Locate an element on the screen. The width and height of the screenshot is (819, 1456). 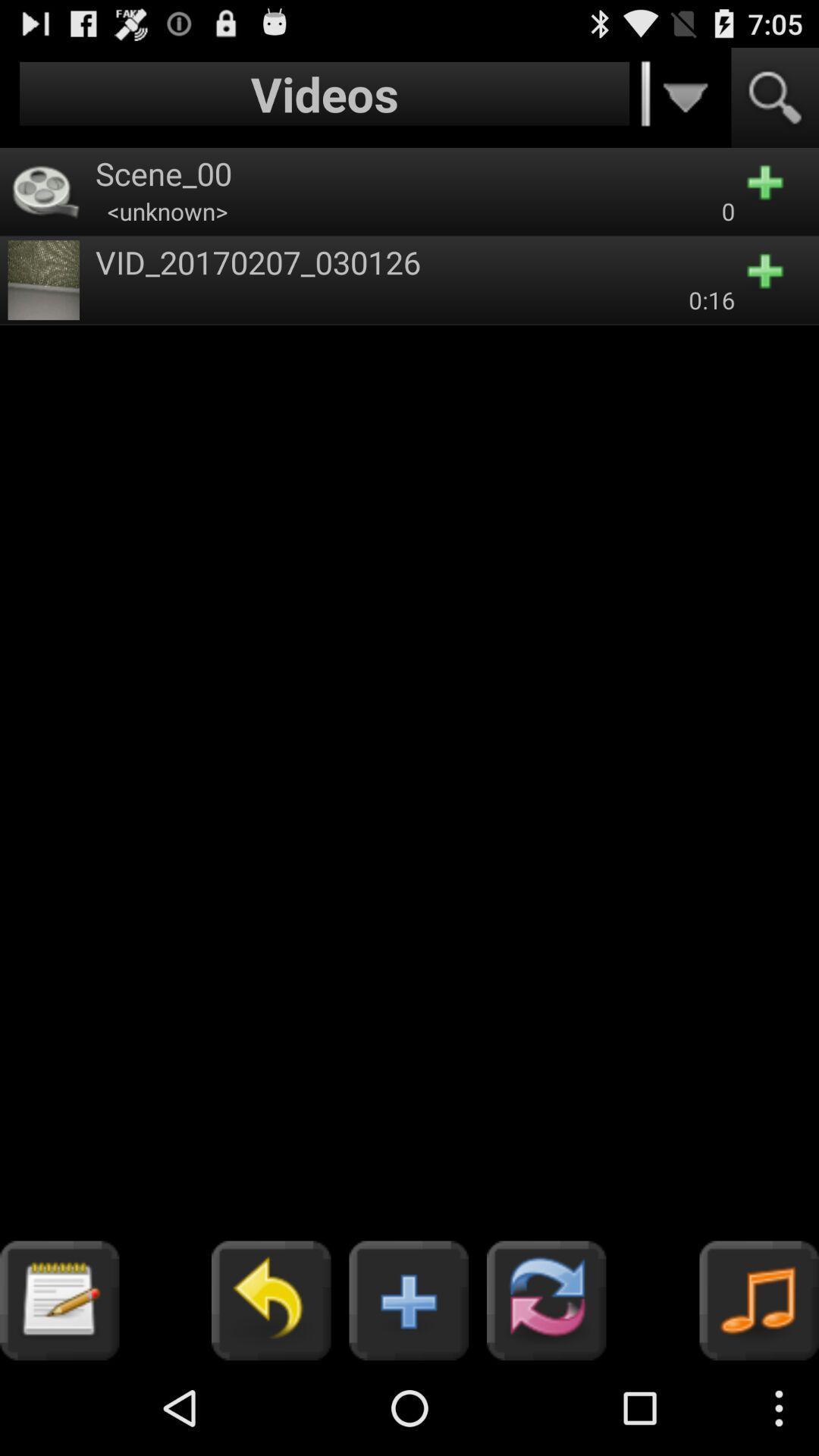
the reply icon is located at coordinates (270, 1392).